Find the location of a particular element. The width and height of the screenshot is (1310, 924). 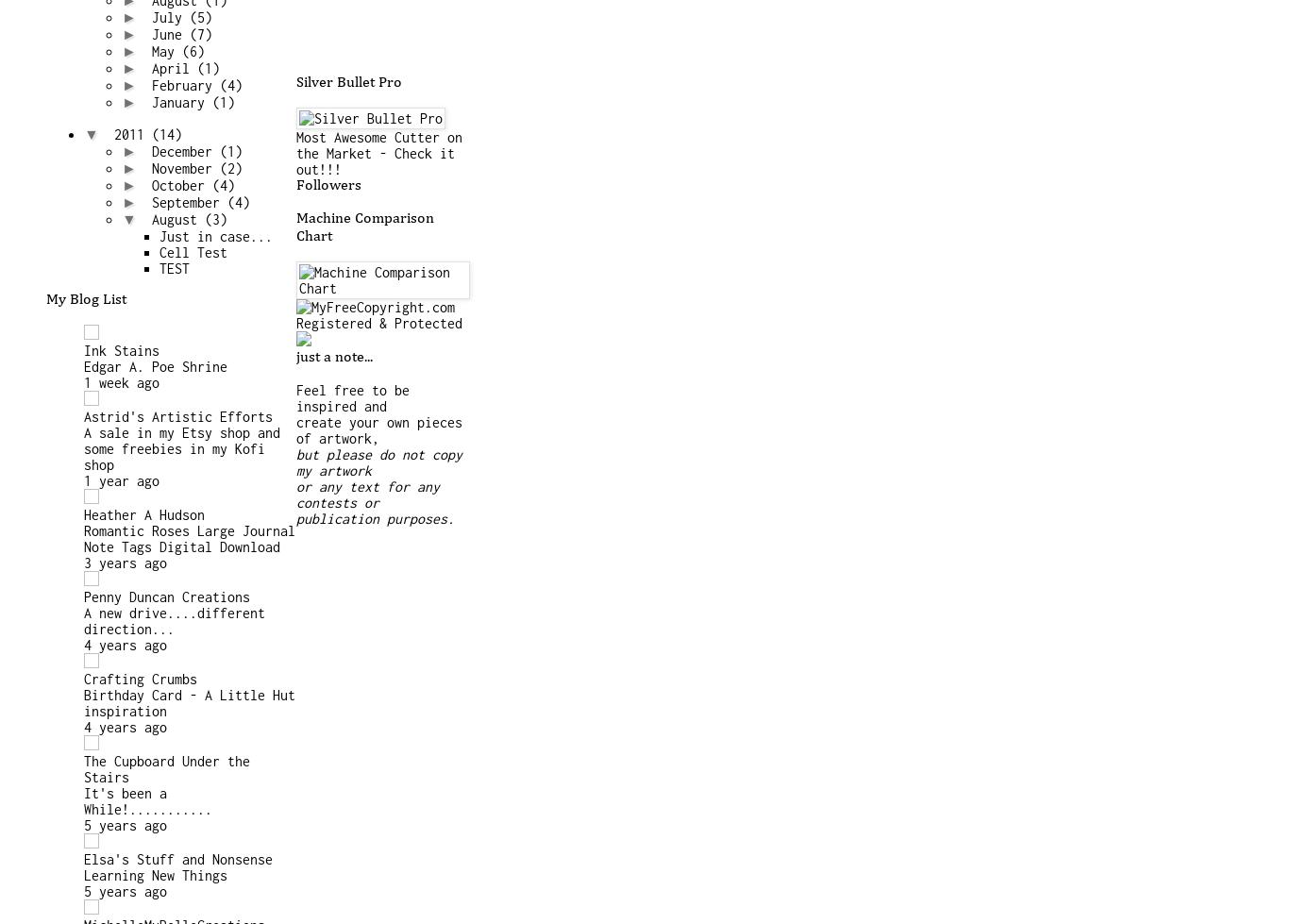

'Penny Duncan Creations' is located at coordinates (82, 596).